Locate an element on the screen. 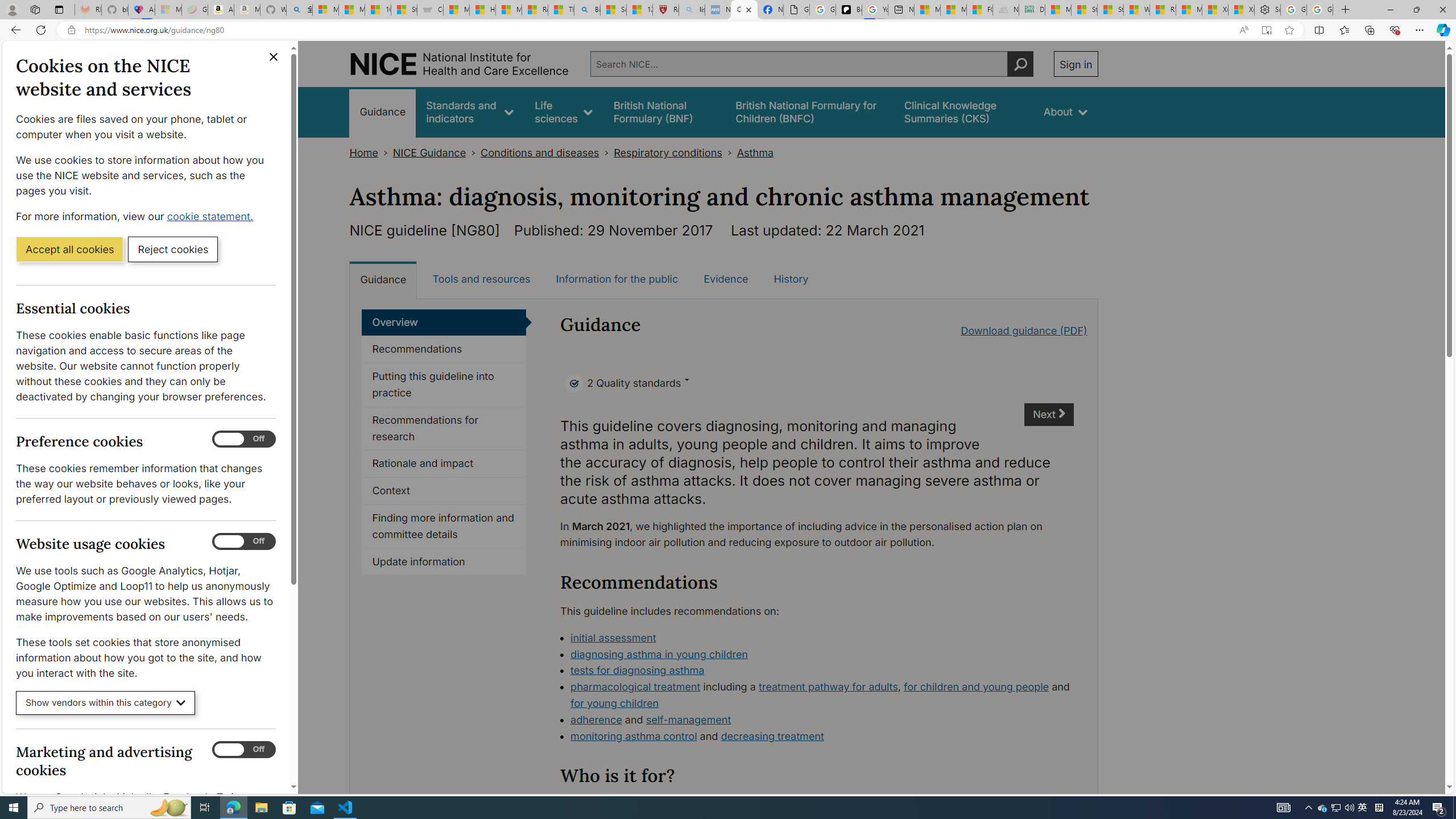  'Marketing and advertising cookies' is located at coordinates (243, 749).